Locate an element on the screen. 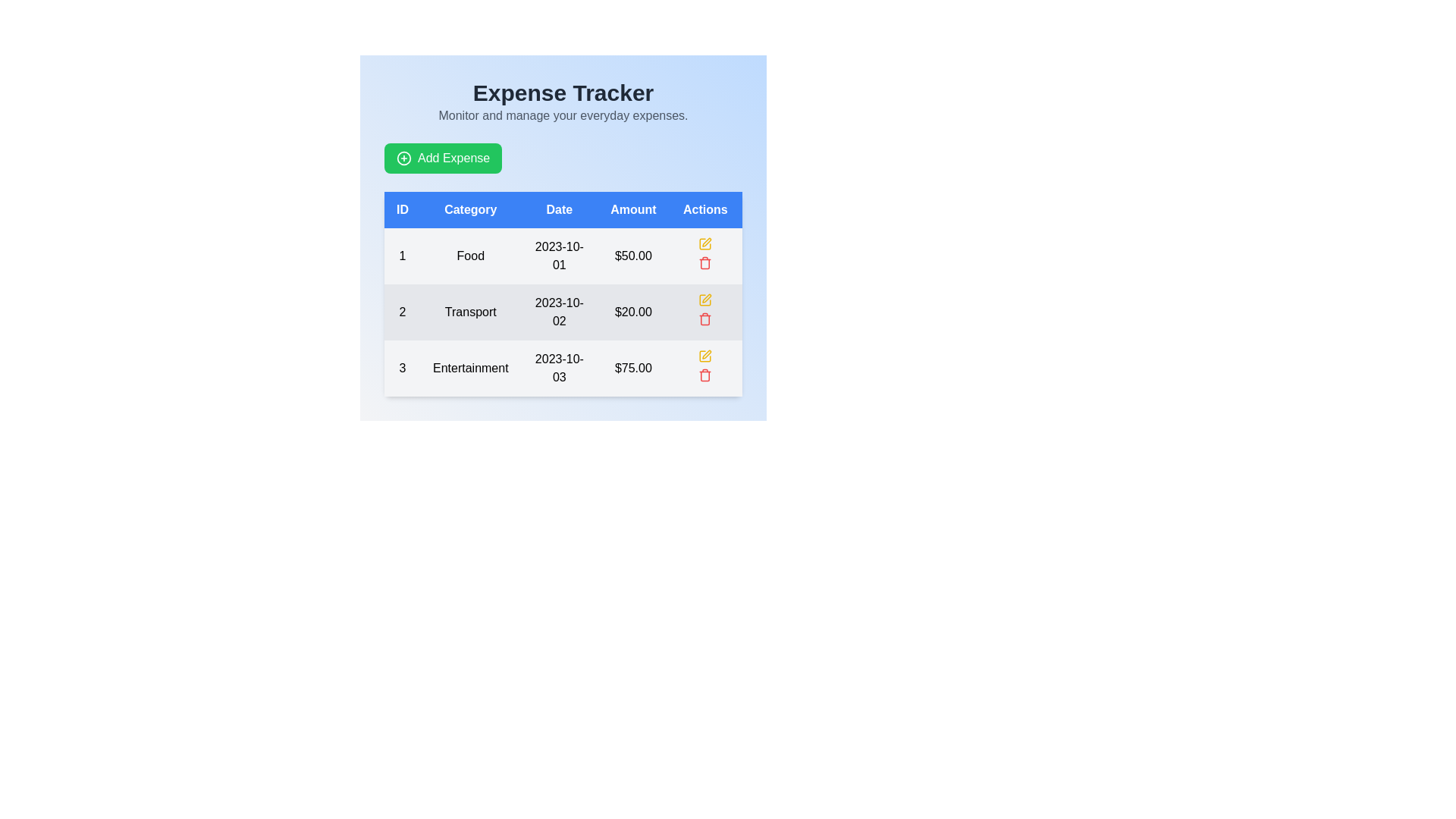 The width and height of the screenshot is (1456, 819). the pen icon located in the second row of the table under the 'Actions' column, adjacent to 'Transport' is located at coordinates (706, 241).